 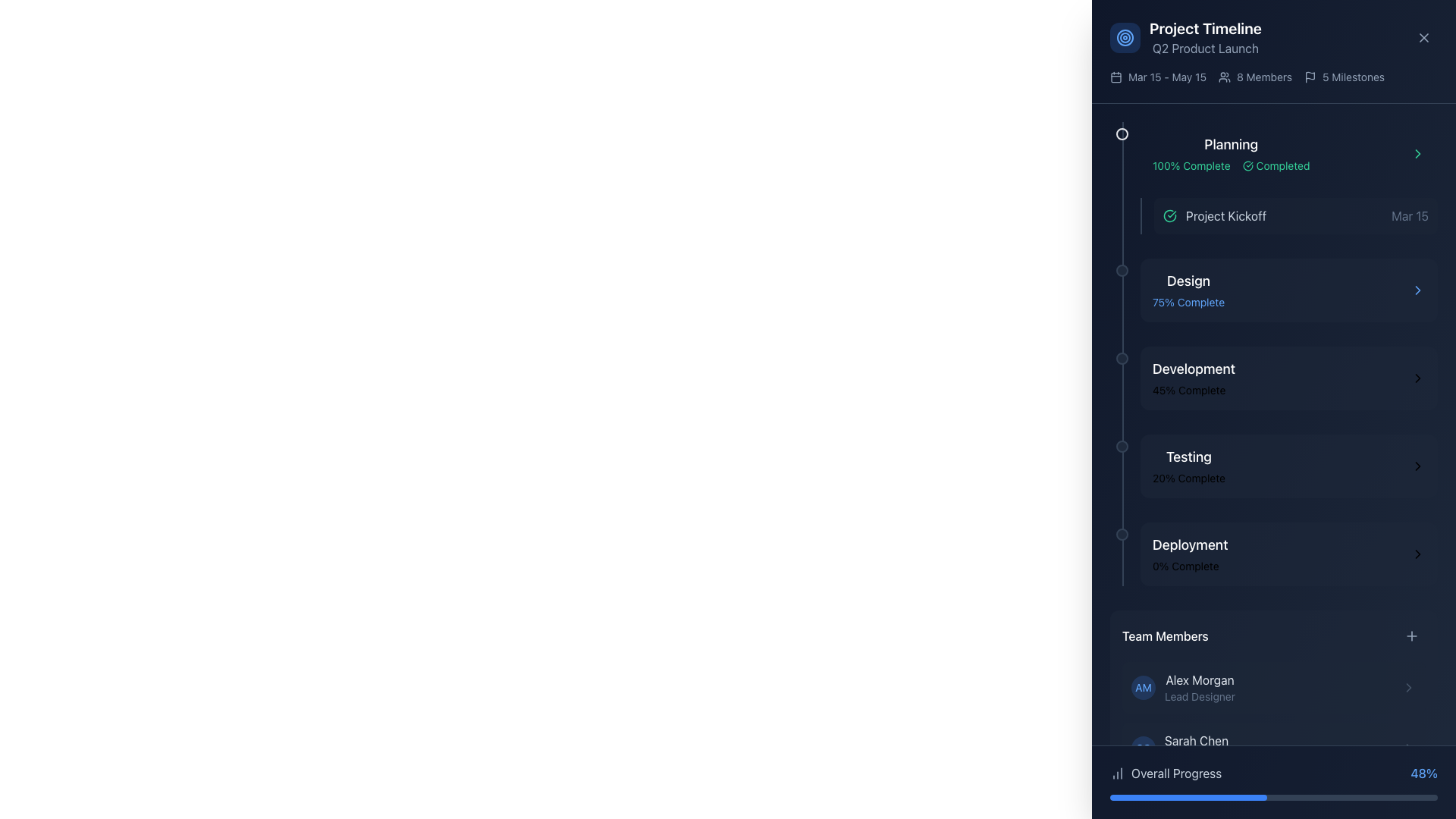 I want to click on the Chevron-right icon located on the far-right side of the card representing the 'Design' milestone in the project timeline, so click(x=1417, y=290).